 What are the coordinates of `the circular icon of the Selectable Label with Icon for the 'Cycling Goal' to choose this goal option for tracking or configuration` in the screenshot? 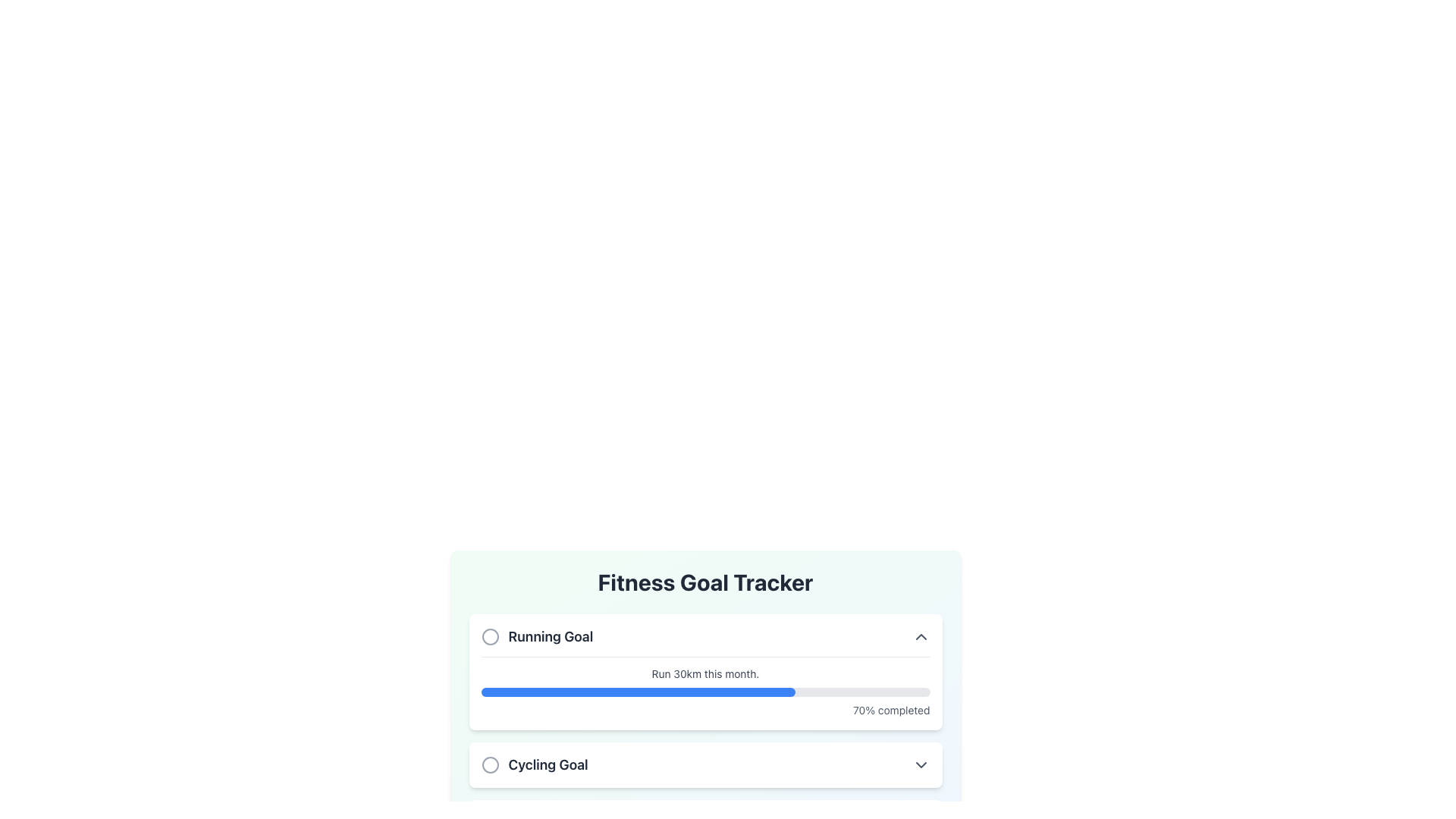 It's located at (535, 765).